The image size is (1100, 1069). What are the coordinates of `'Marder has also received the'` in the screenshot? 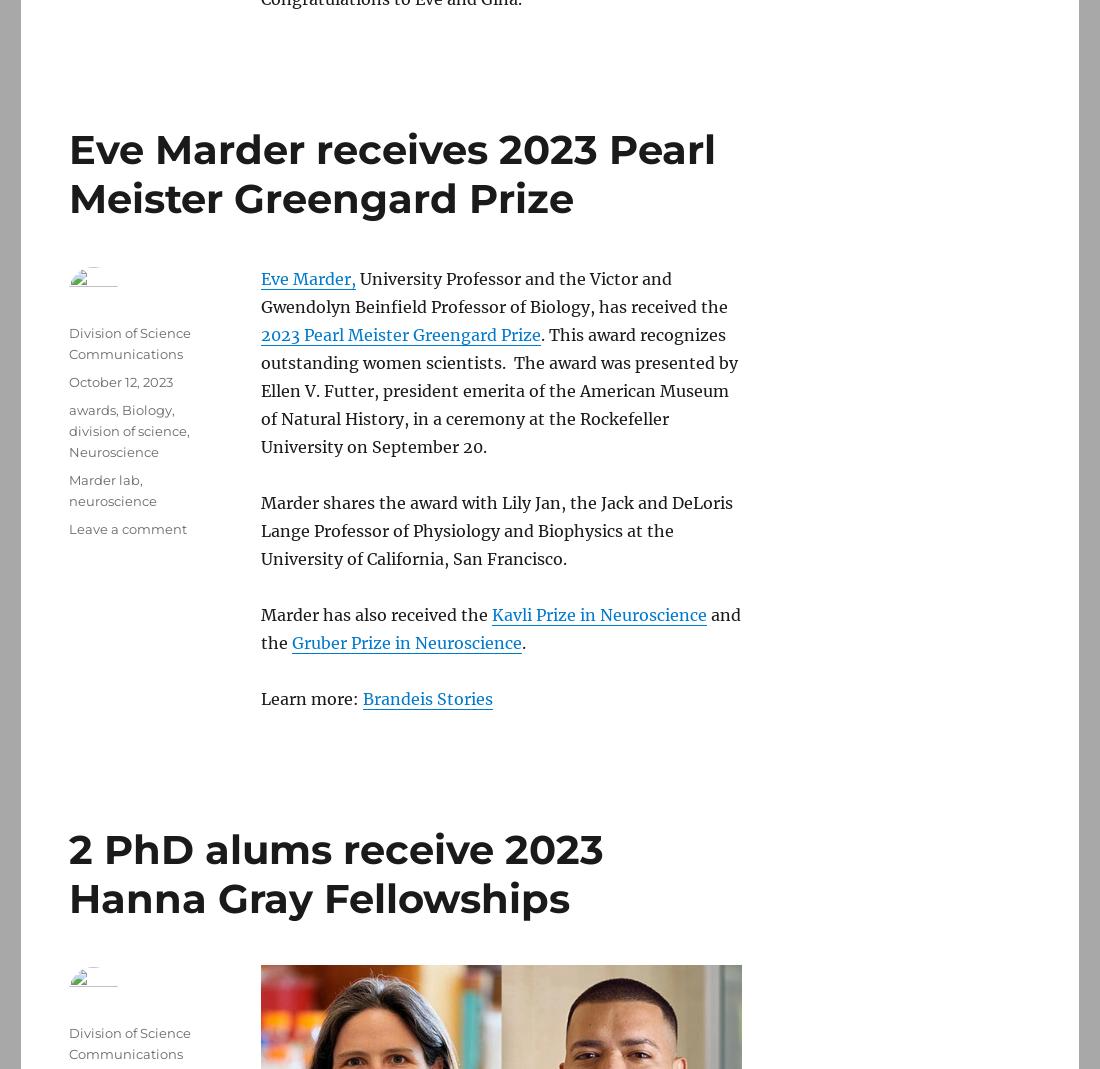 It's located at (376, 614).